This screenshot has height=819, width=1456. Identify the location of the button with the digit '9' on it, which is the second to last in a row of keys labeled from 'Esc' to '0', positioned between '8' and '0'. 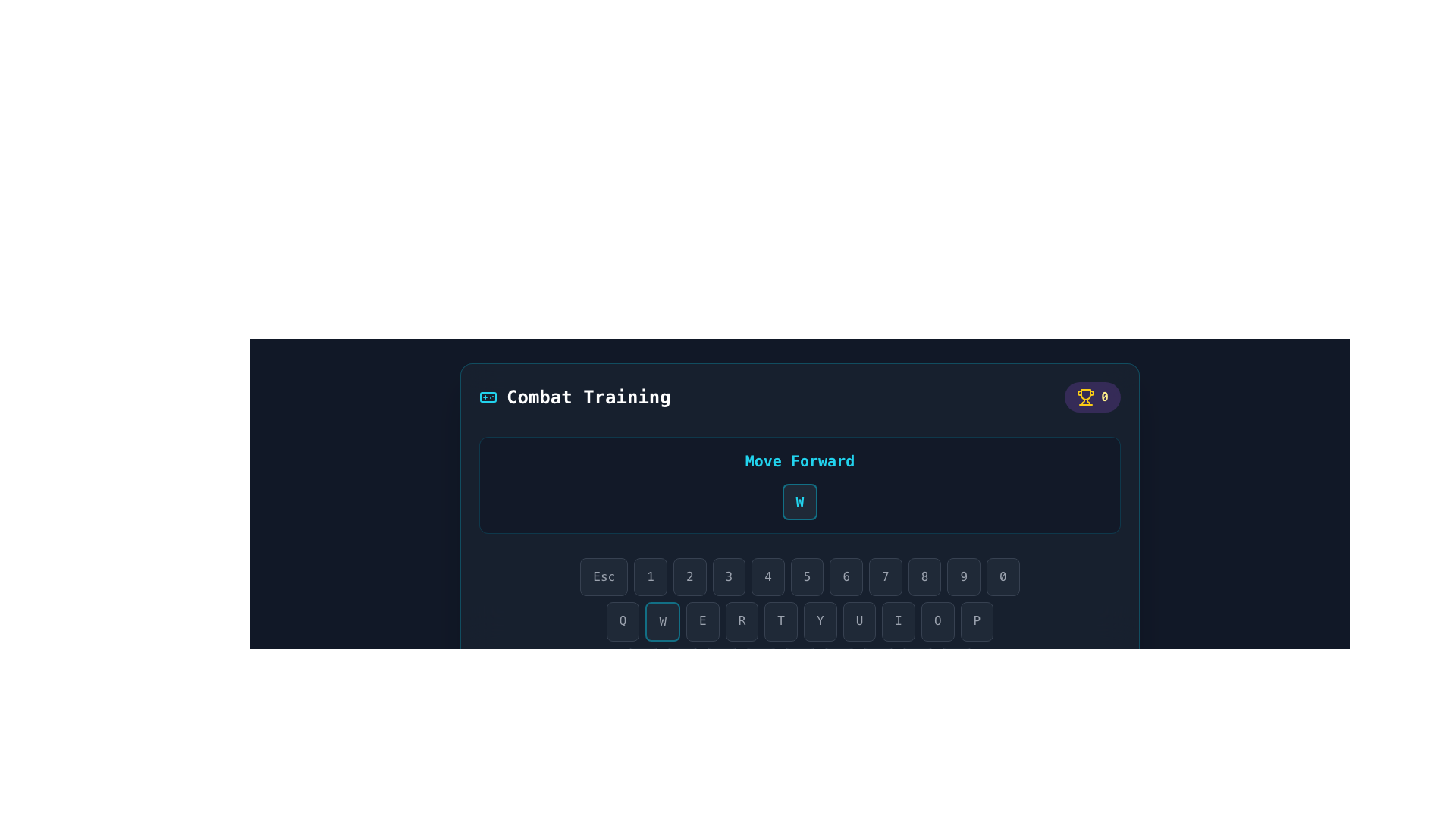
(963, 576).